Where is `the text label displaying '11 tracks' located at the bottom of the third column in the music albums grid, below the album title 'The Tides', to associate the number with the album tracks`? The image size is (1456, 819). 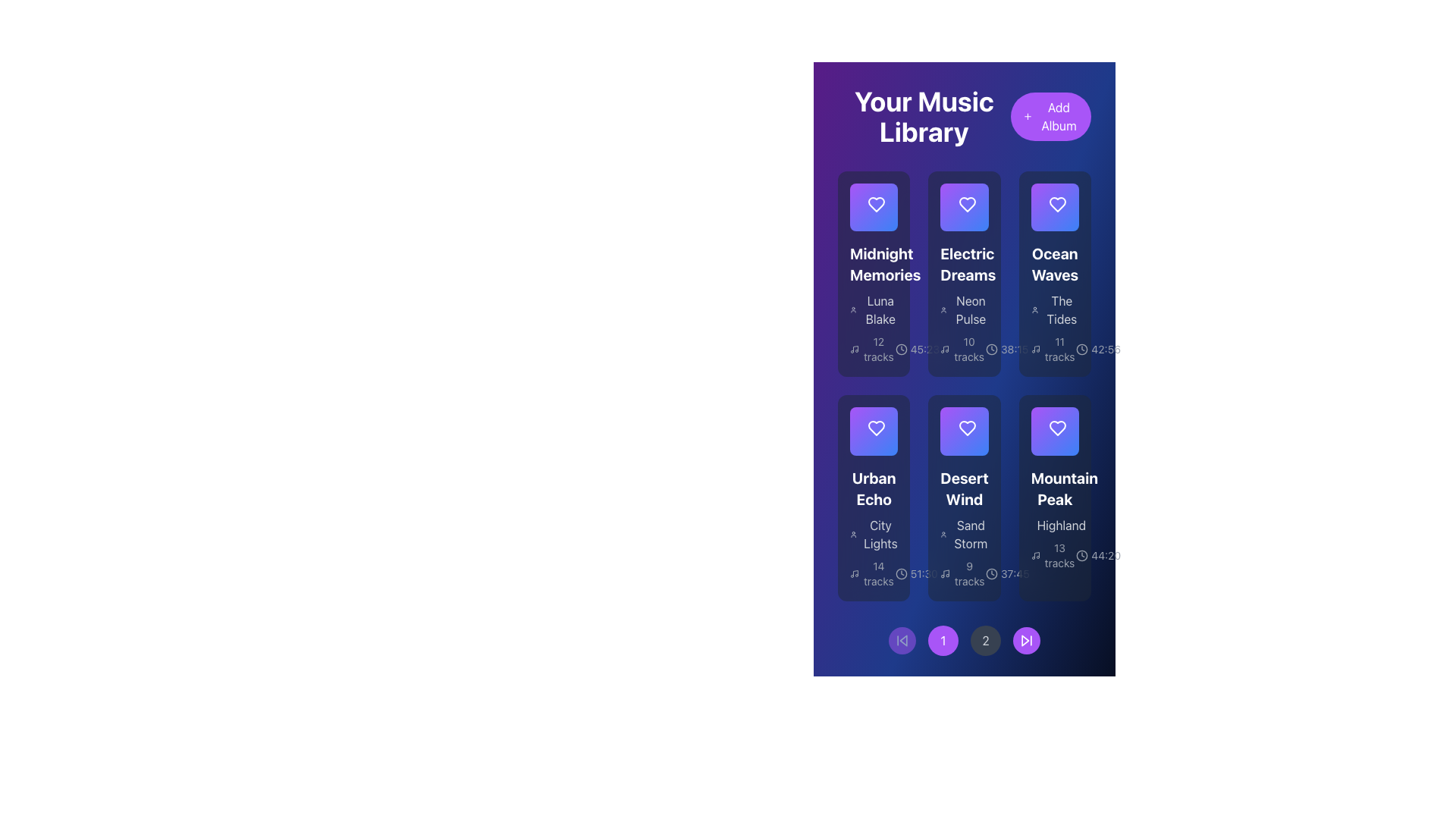
the text label displaying '11 tracks' located at the bottom of the third column in the music albums grid, below the album title 'The Tides', to associate the number with the album tracks is located at coordinates (1054, 350).